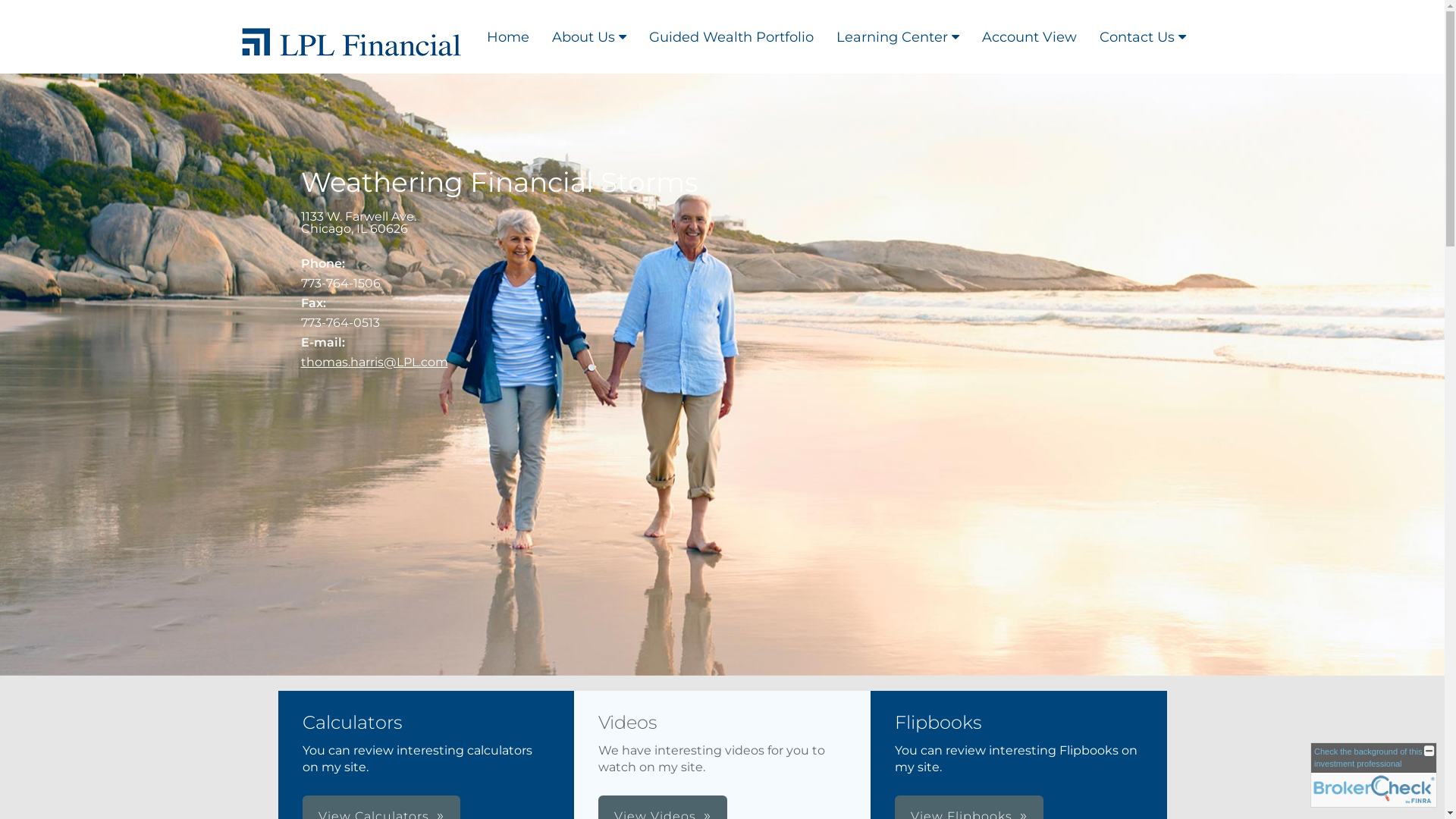  What do you see at coordinates (1142, 35) in the screenshot?
I see `'Contact Us'` at bounding box center [1142, 35].